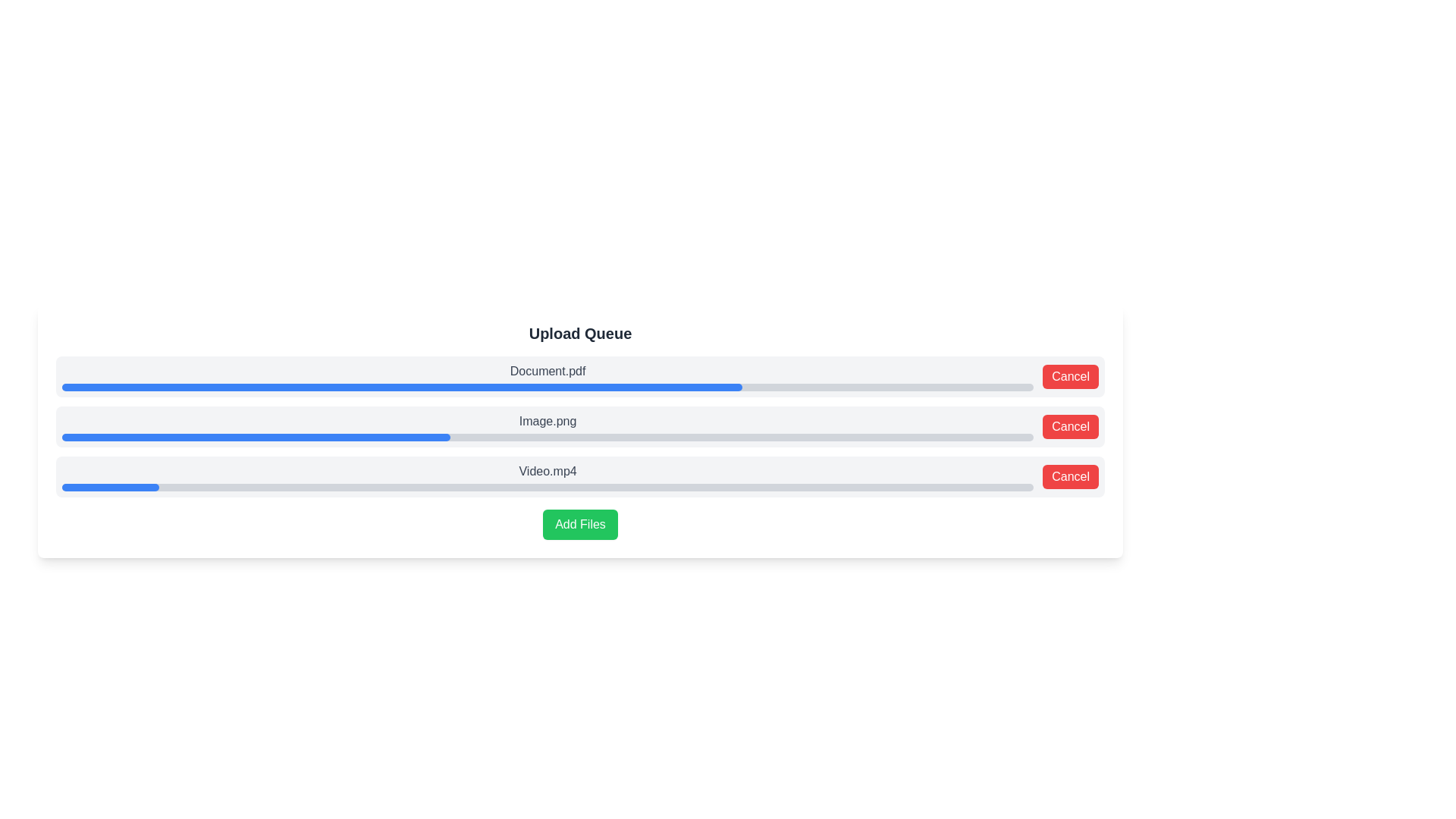 This screenshot has width=1456, height=819. What do you see at coordinates (579, 427) in the screenshot?
I see `the progress bar of the composite UI element containing the label 'Image.png' and the 'Cancel' button` at bounding box center [579, 427].